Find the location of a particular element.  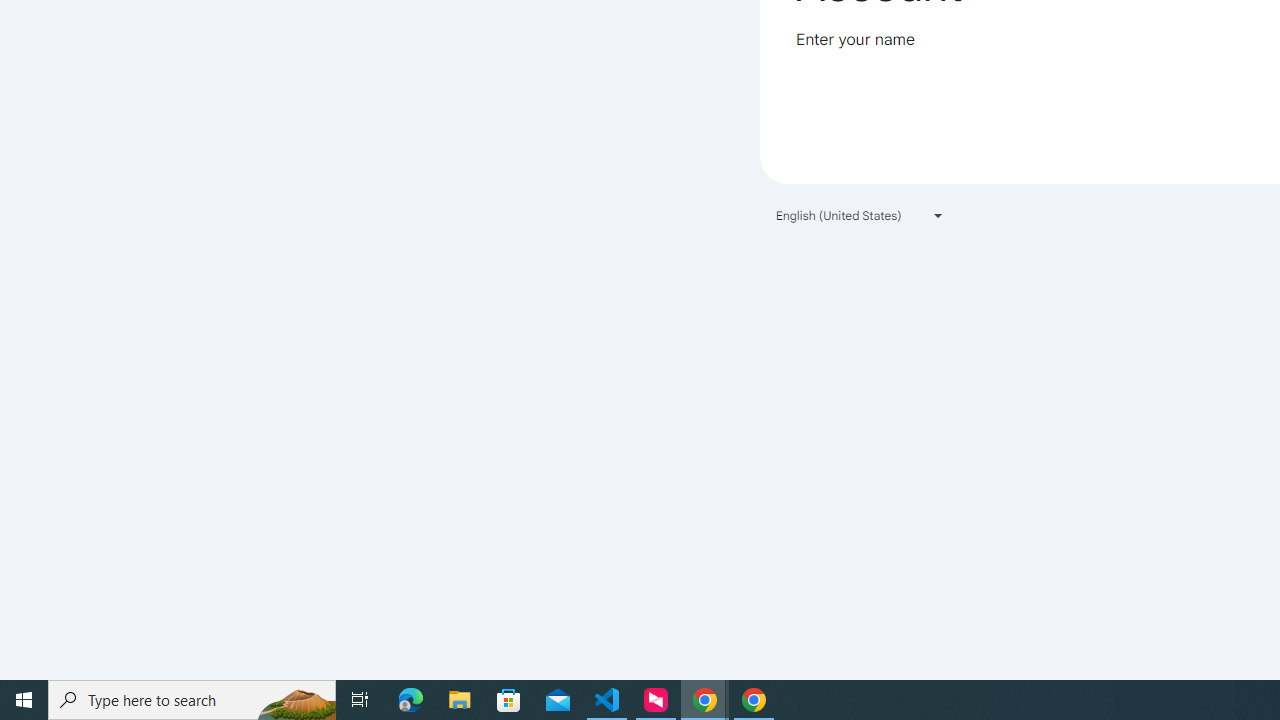

'English (United States)' is located at coordinates (860, 215).